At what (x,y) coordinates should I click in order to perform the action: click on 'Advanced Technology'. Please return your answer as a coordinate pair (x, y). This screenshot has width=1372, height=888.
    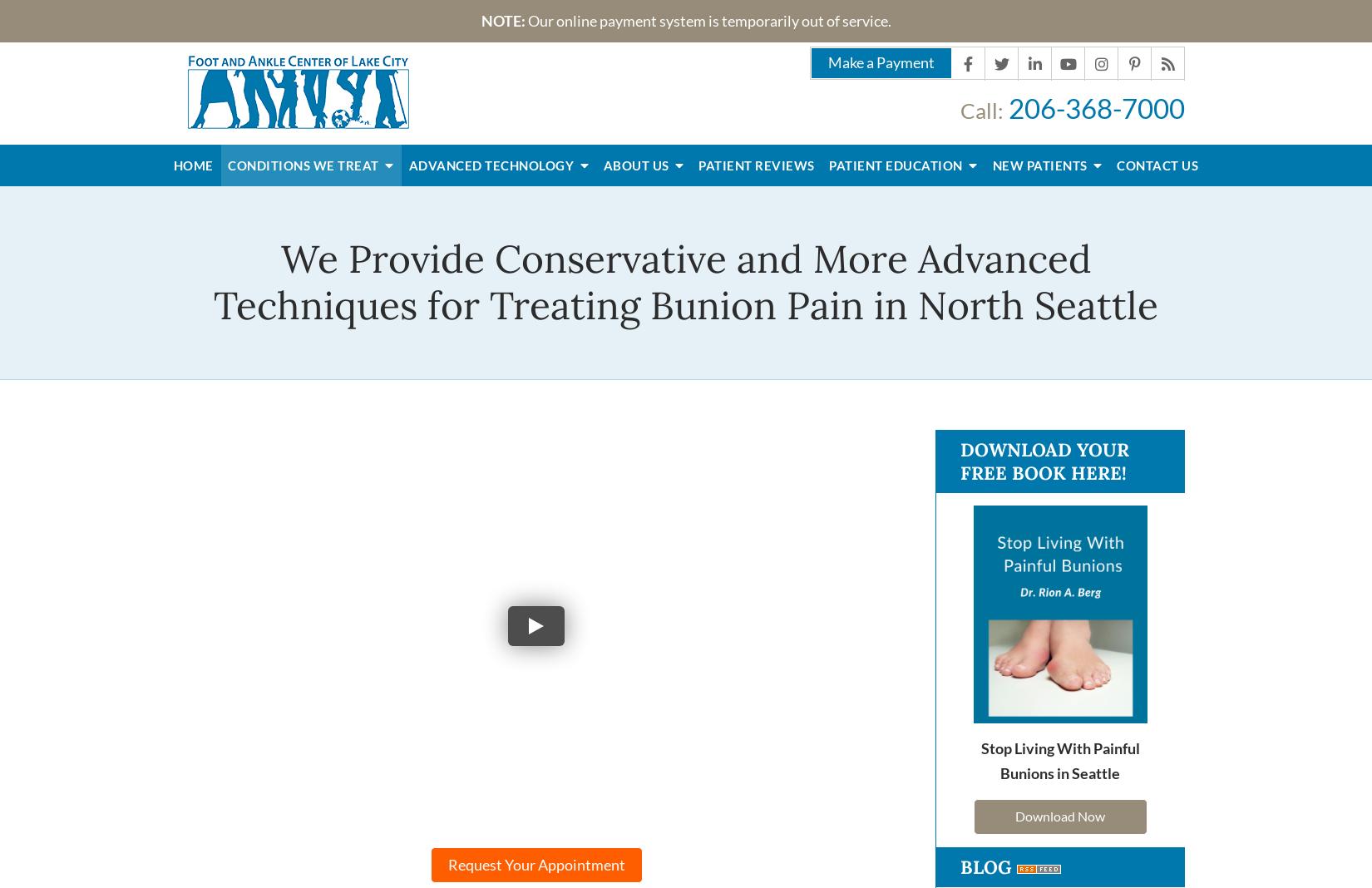
    Looking at the image, I should click on (491, 171).